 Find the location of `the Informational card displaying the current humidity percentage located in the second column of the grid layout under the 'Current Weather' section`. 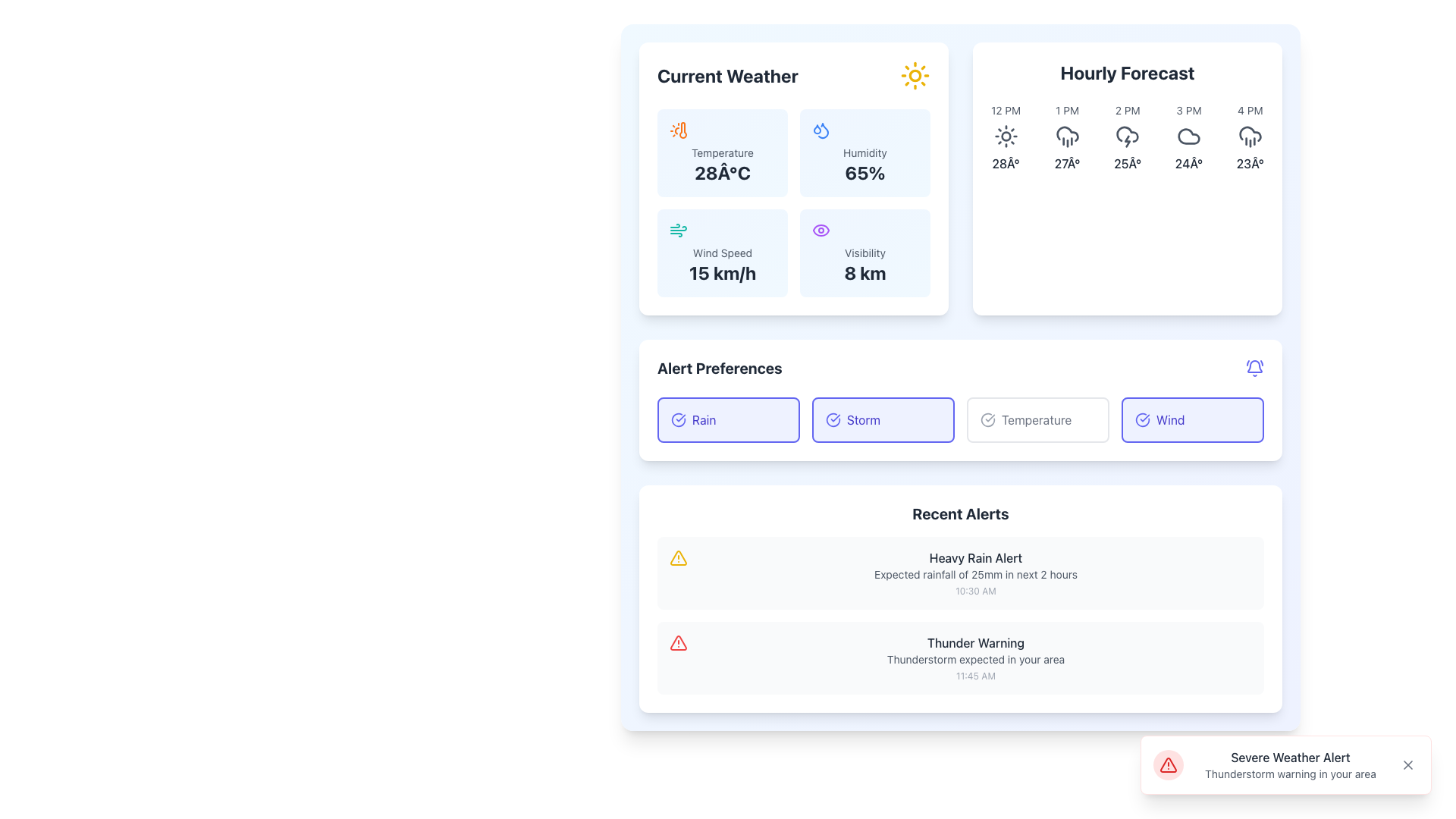

the Informational card displaying the current humidity percentage located in the second column of the grid layout under the 'Current Weather' section is located at coordinates (865, 152).